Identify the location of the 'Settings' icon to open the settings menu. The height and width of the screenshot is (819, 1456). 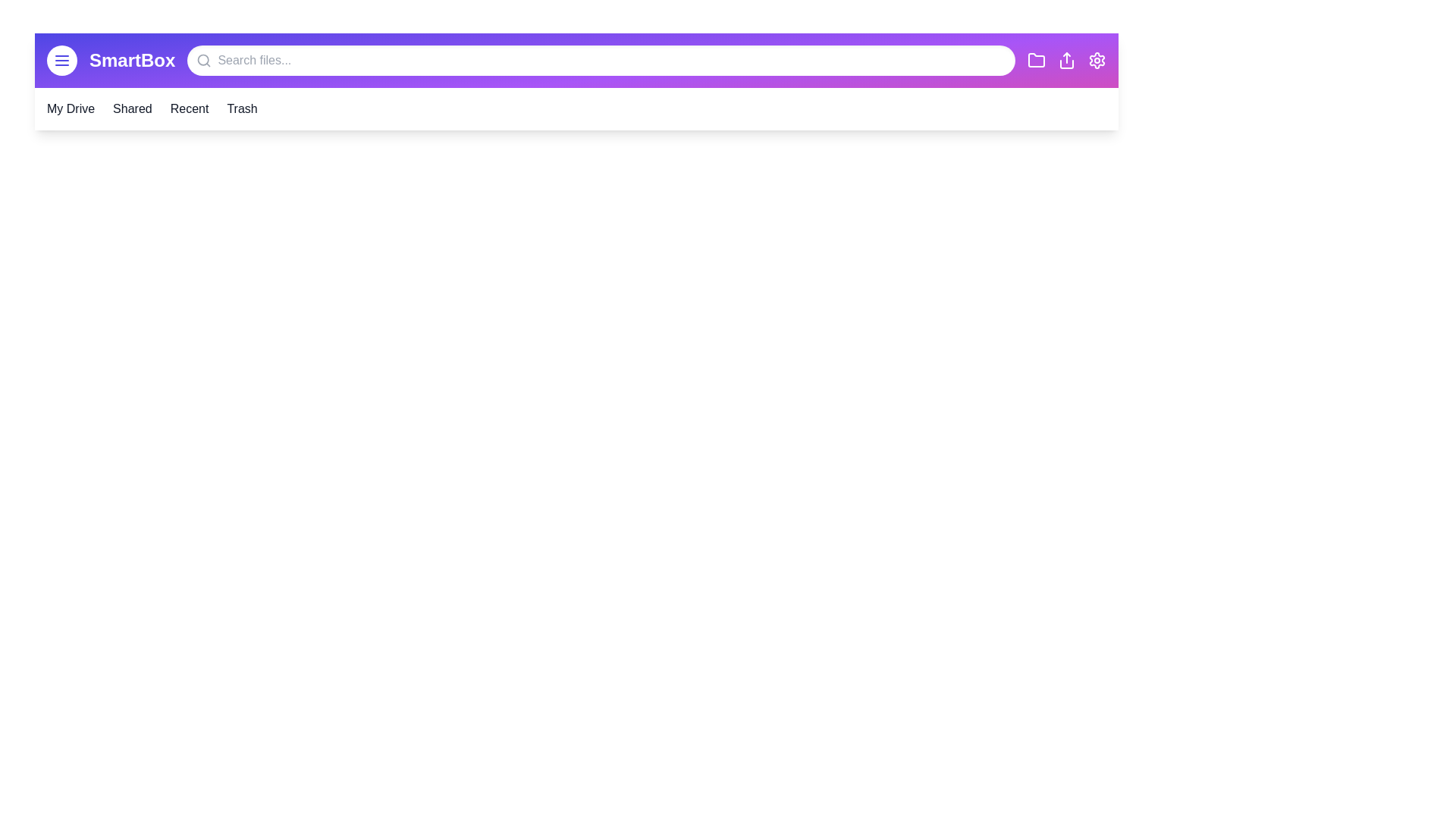
(1097, 60).